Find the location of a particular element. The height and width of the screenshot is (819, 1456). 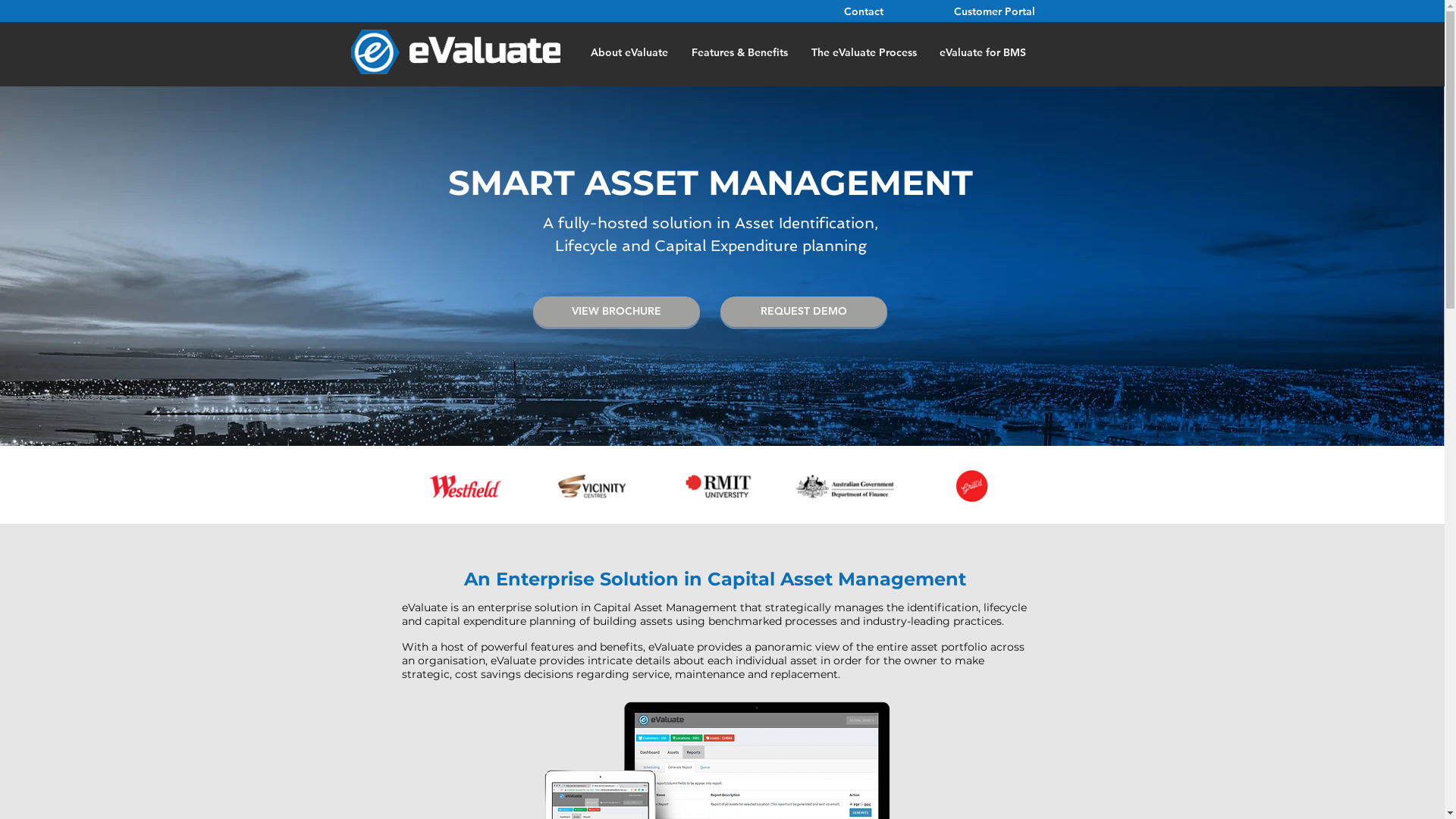

'About eValuate' is located at coordinates (628, 50).